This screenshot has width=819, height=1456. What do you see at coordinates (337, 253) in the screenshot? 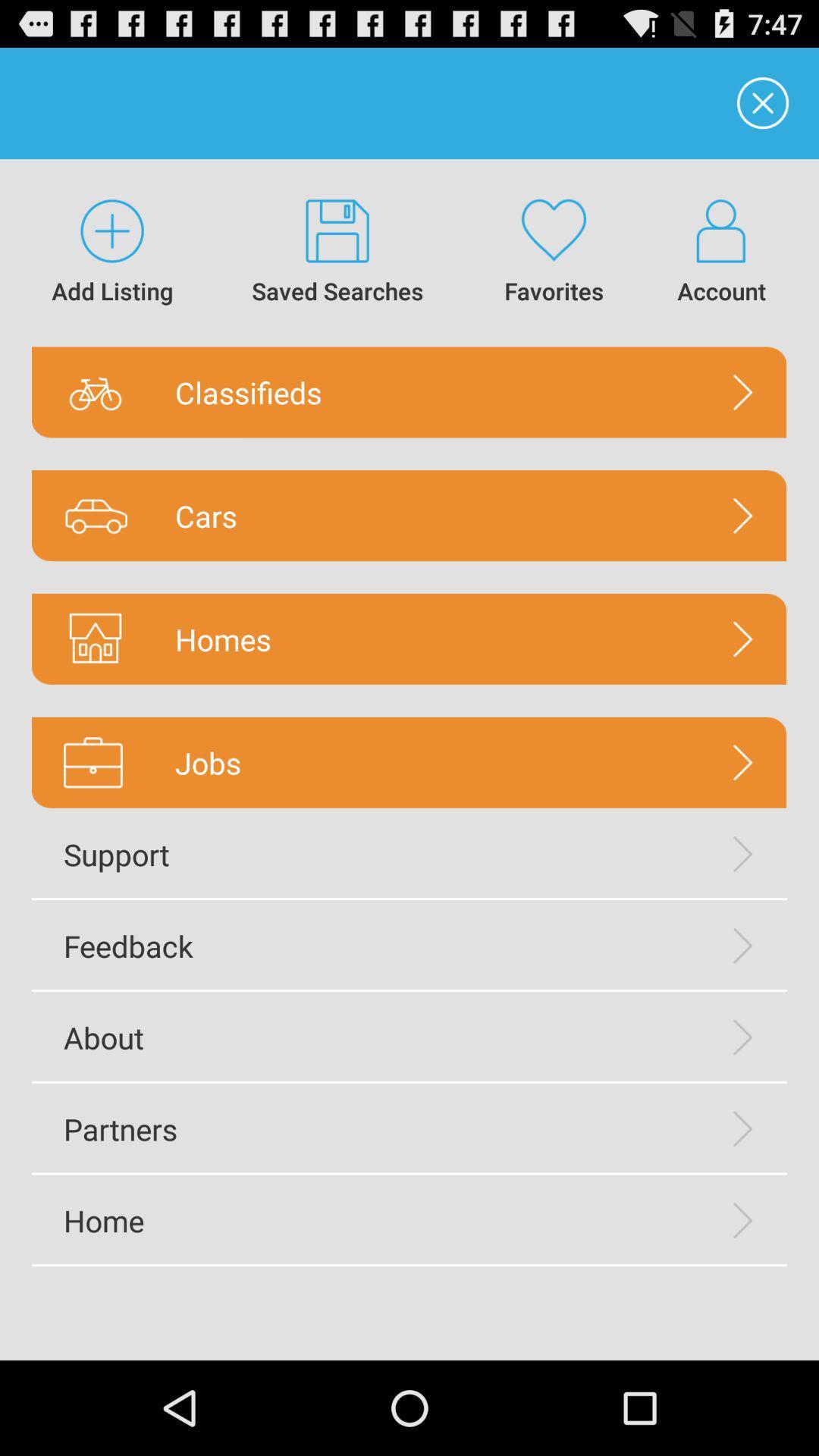
I see `icon above classifieds` at bounding box center [337, 253].